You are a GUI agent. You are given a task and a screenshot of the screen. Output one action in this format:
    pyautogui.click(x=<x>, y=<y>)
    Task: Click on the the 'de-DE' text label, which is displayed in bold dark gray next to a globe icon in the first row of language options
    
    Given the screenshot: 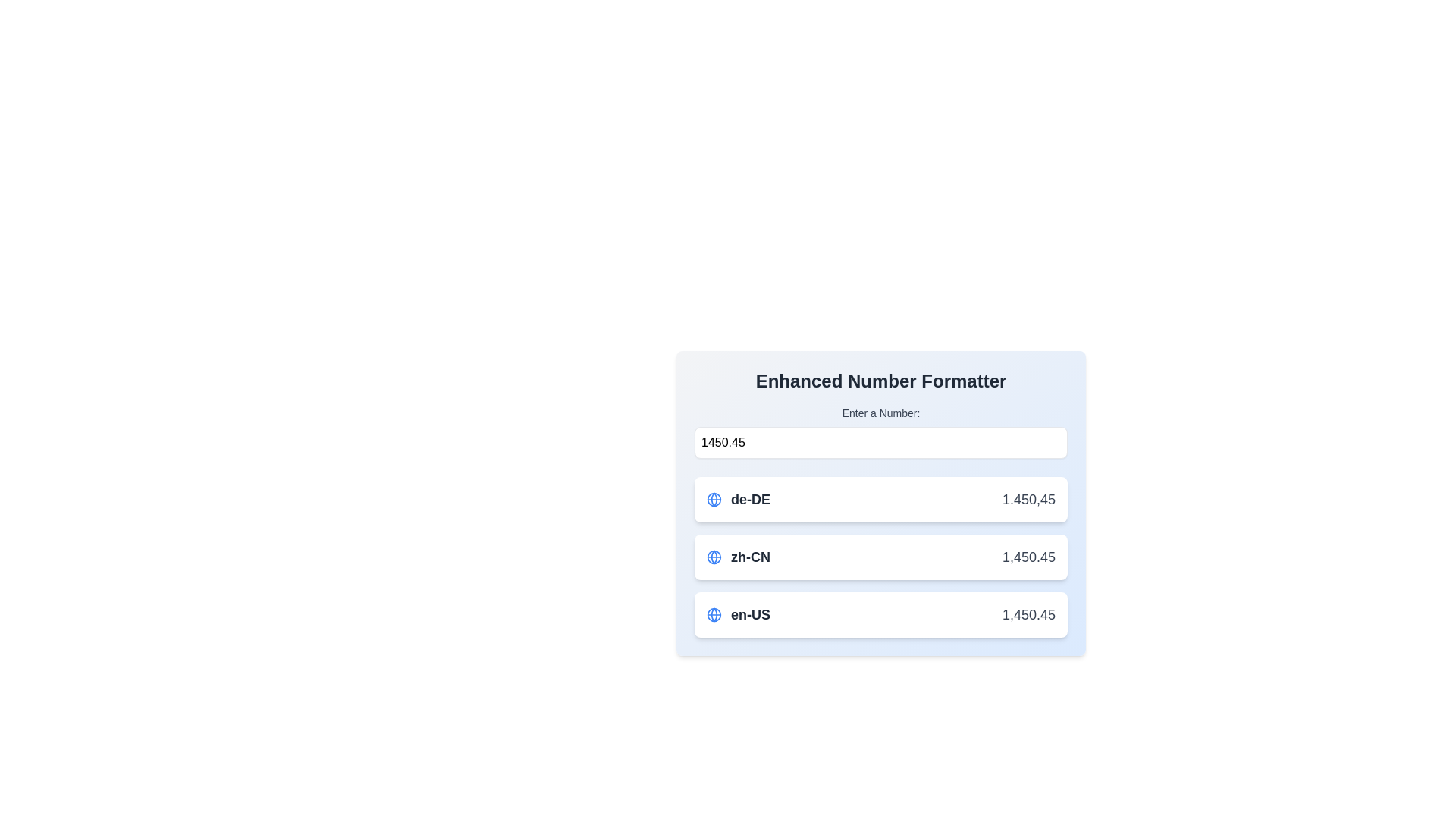 What is the action you would take?
    pyautogui.click(x=750, y=500)
    